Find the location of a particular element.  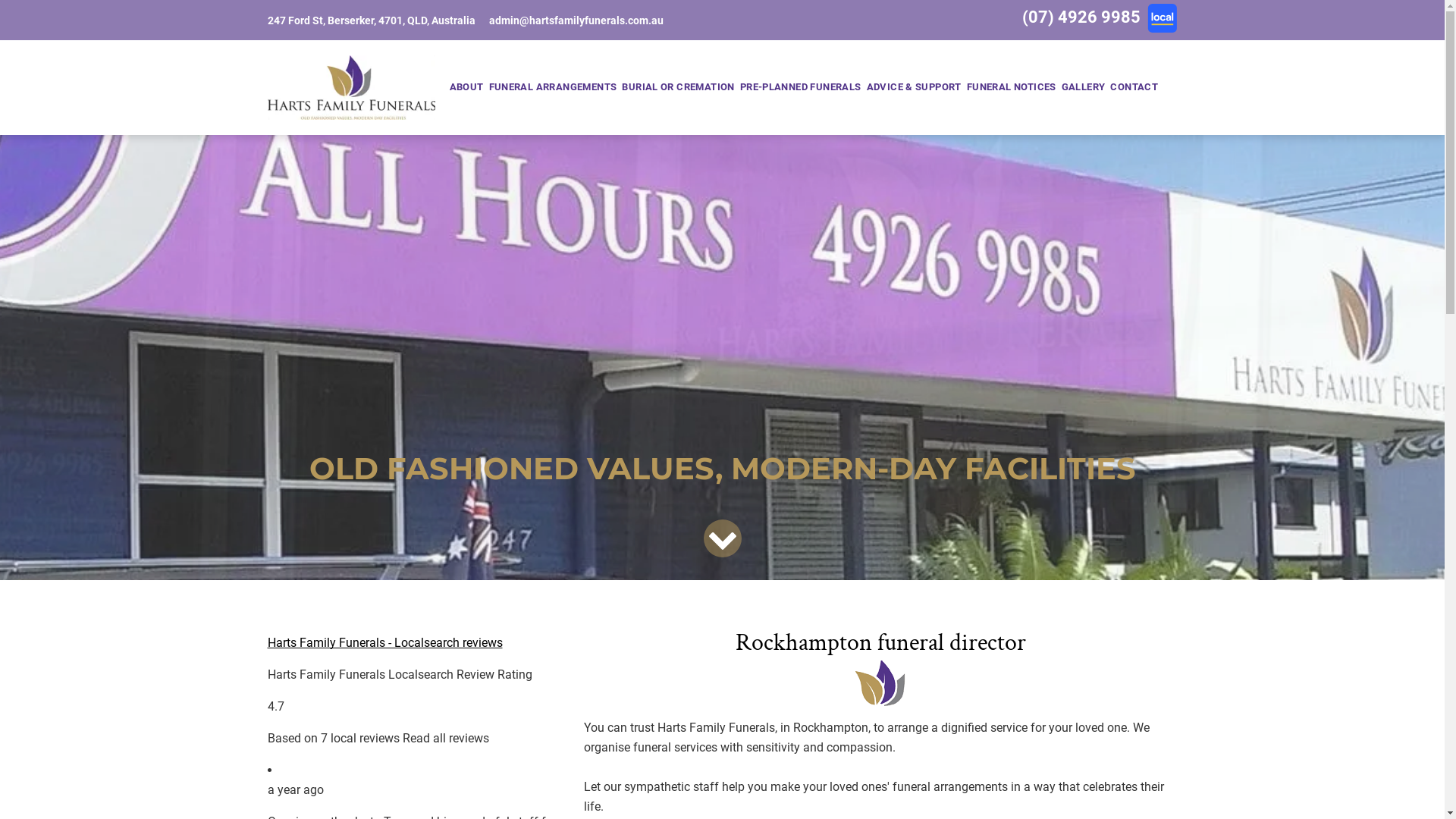

'(07) 4926 9985' is located at coordinates (1080, 17).